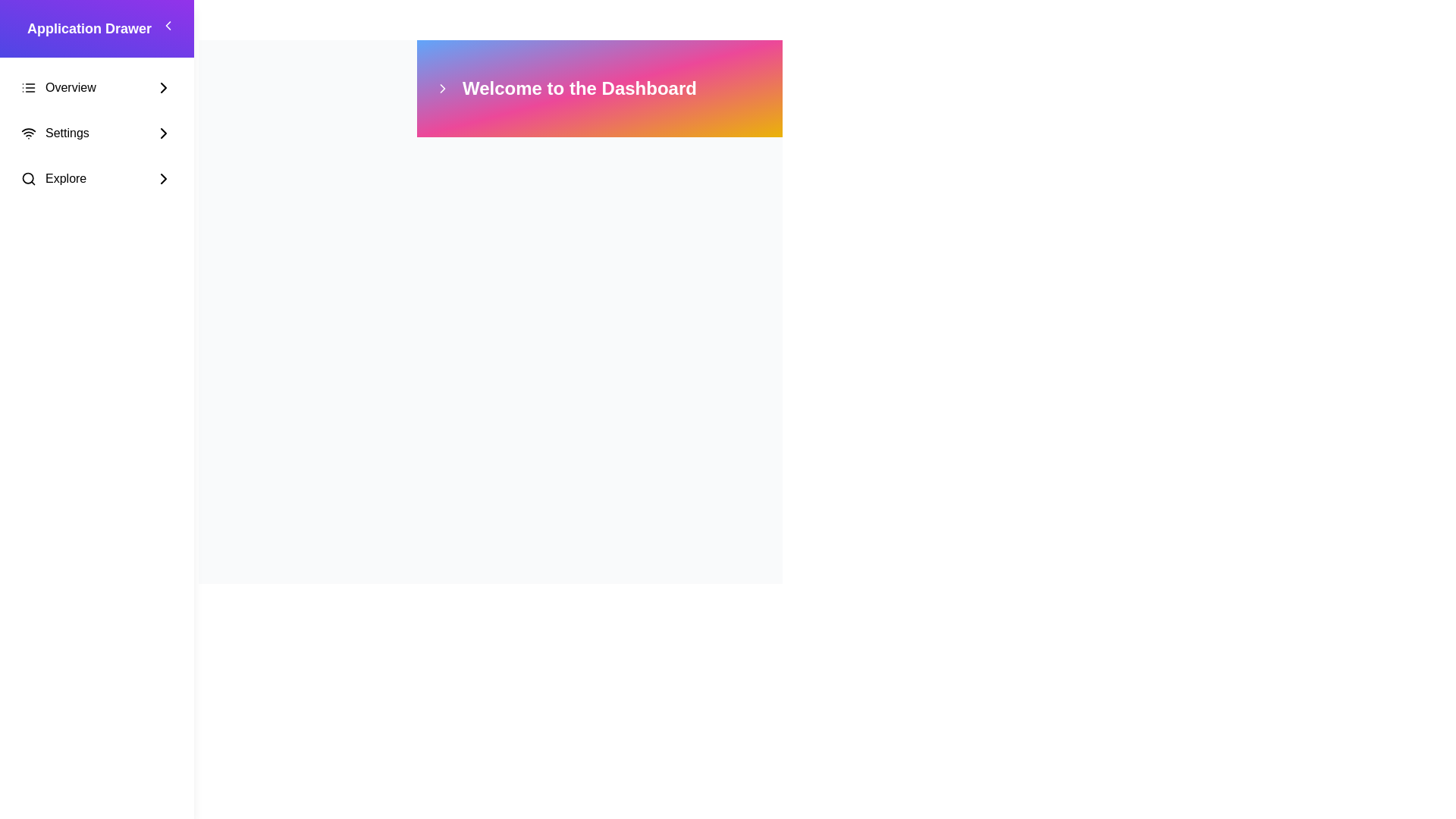 The image size is (1456, 819). I want to click on the 'Overview' text element located in the left-hand menu underneath 'Application Drawer.', so click(70, 87).